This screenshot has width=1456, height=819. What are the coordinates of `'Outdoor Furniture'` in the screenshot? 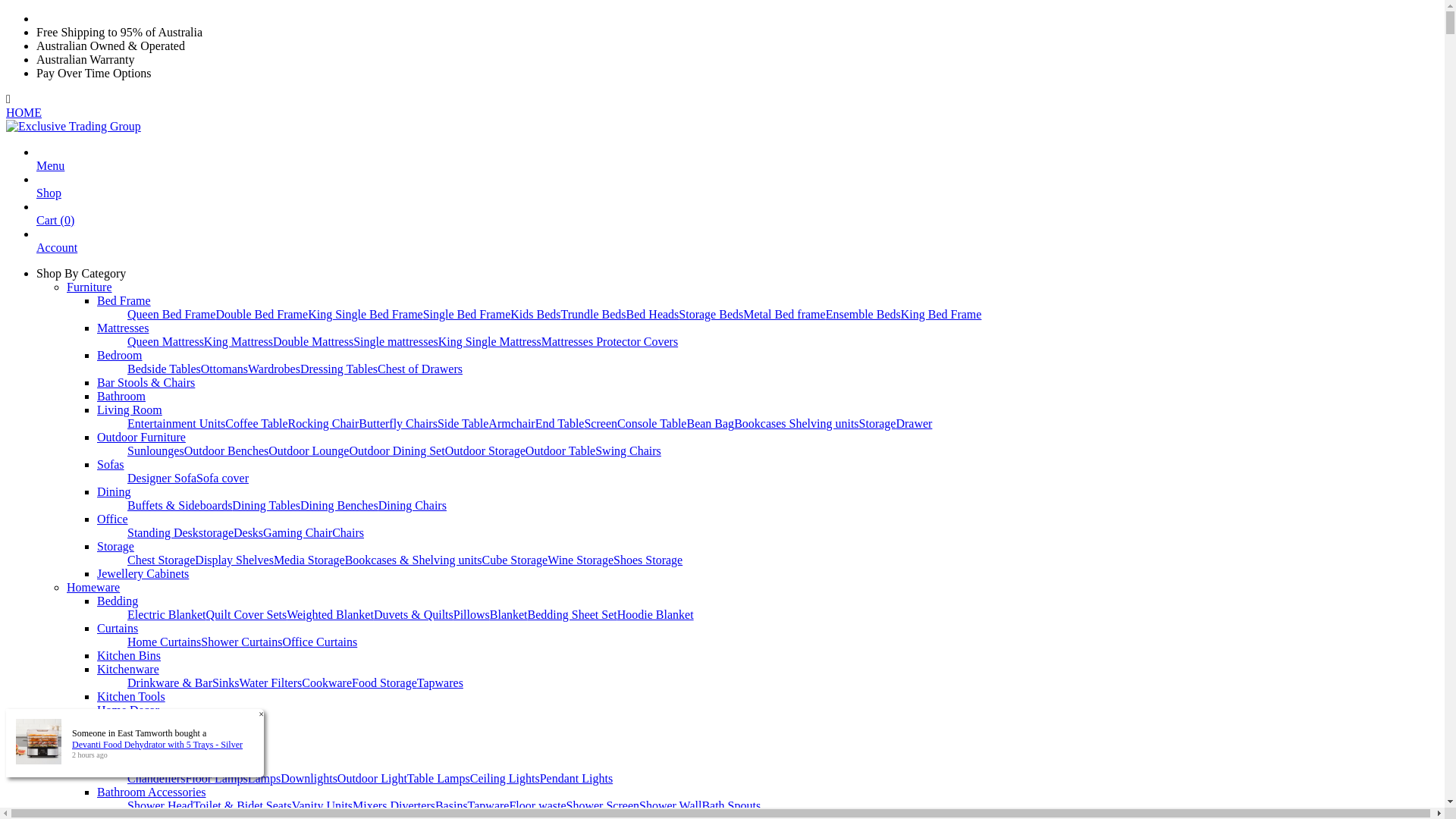 It's located at (141, 437).